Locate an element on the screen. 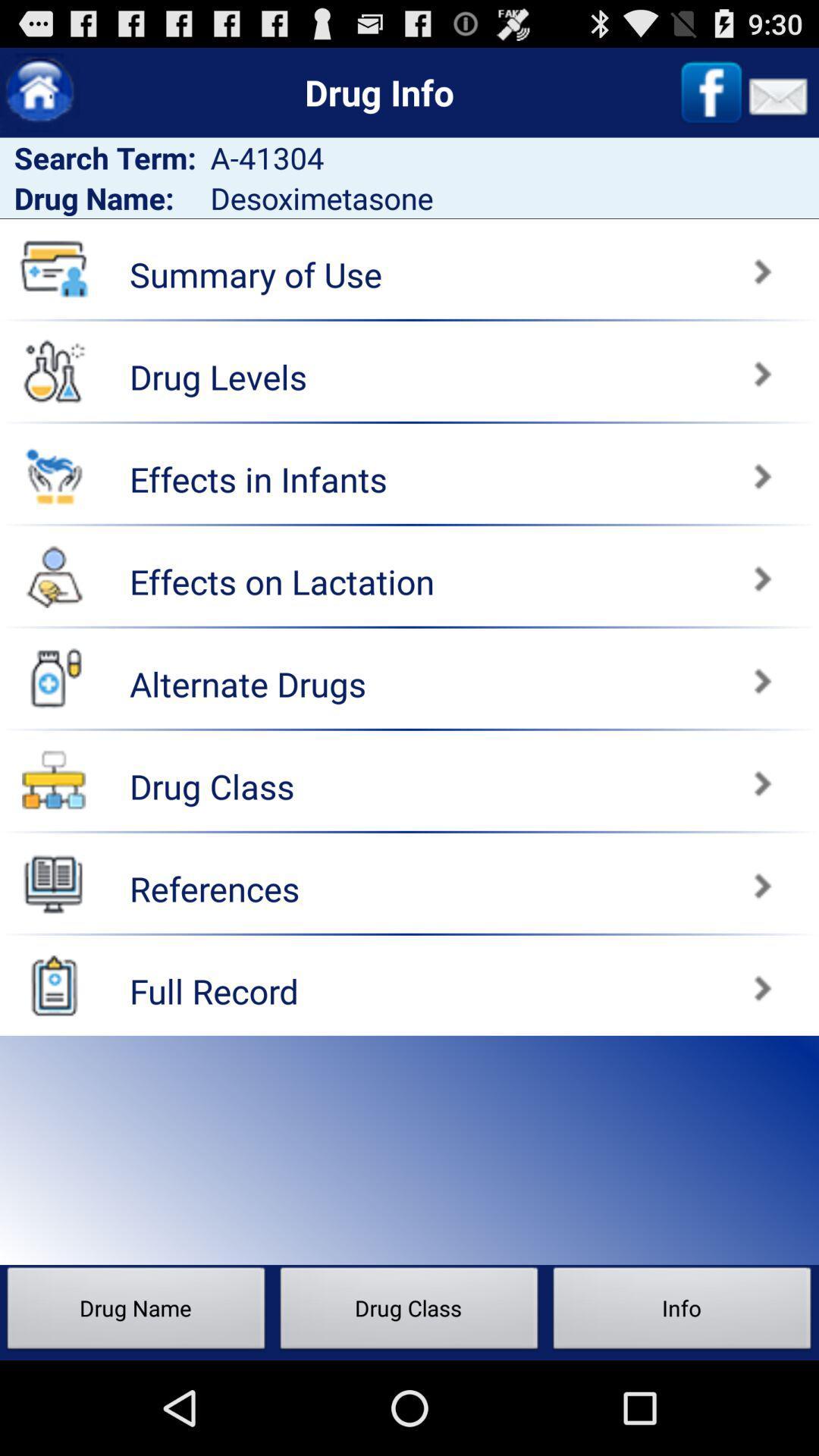 This screenshot has width=819, height=1456. alternate drugs is located at coordinates (617, 673).